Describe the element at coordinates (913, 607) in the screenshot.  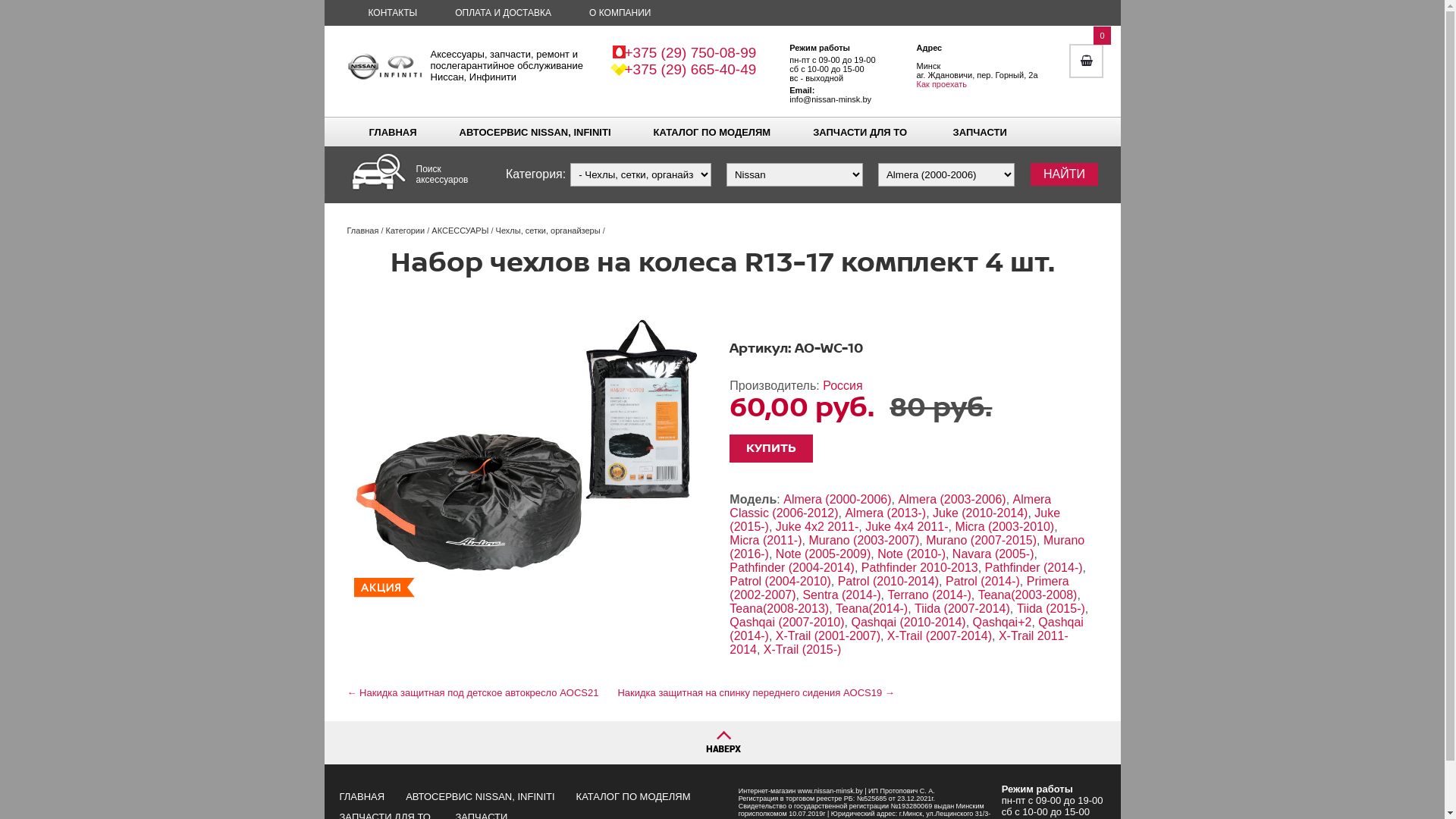
I see `'Tiida (2007-2014)'` at that location.